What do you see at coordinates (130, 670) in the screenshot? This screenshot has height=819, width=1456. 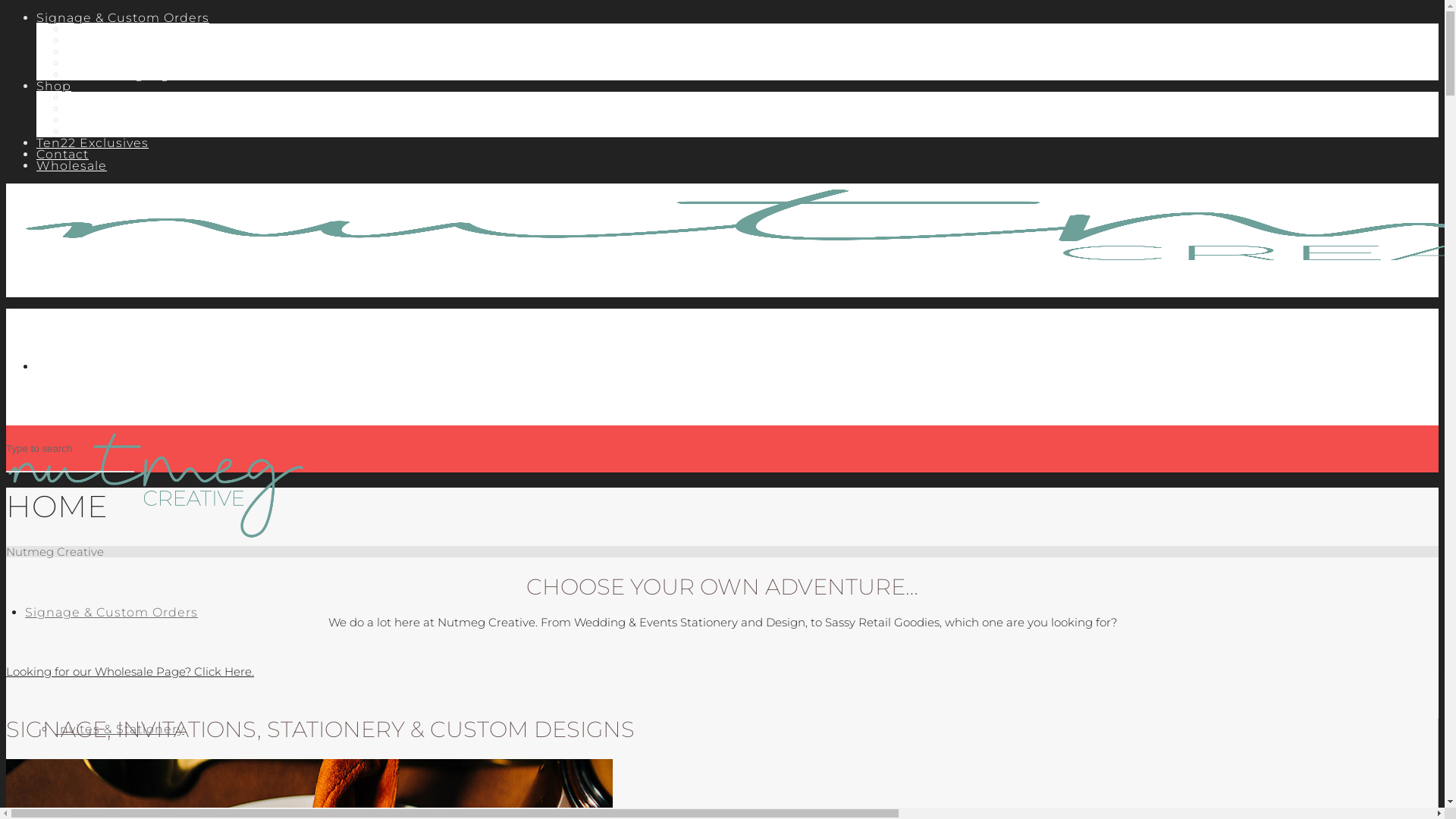 I see `'Looking for our Wholesale Page? Click Here.'` at bounding box center [130, 670].